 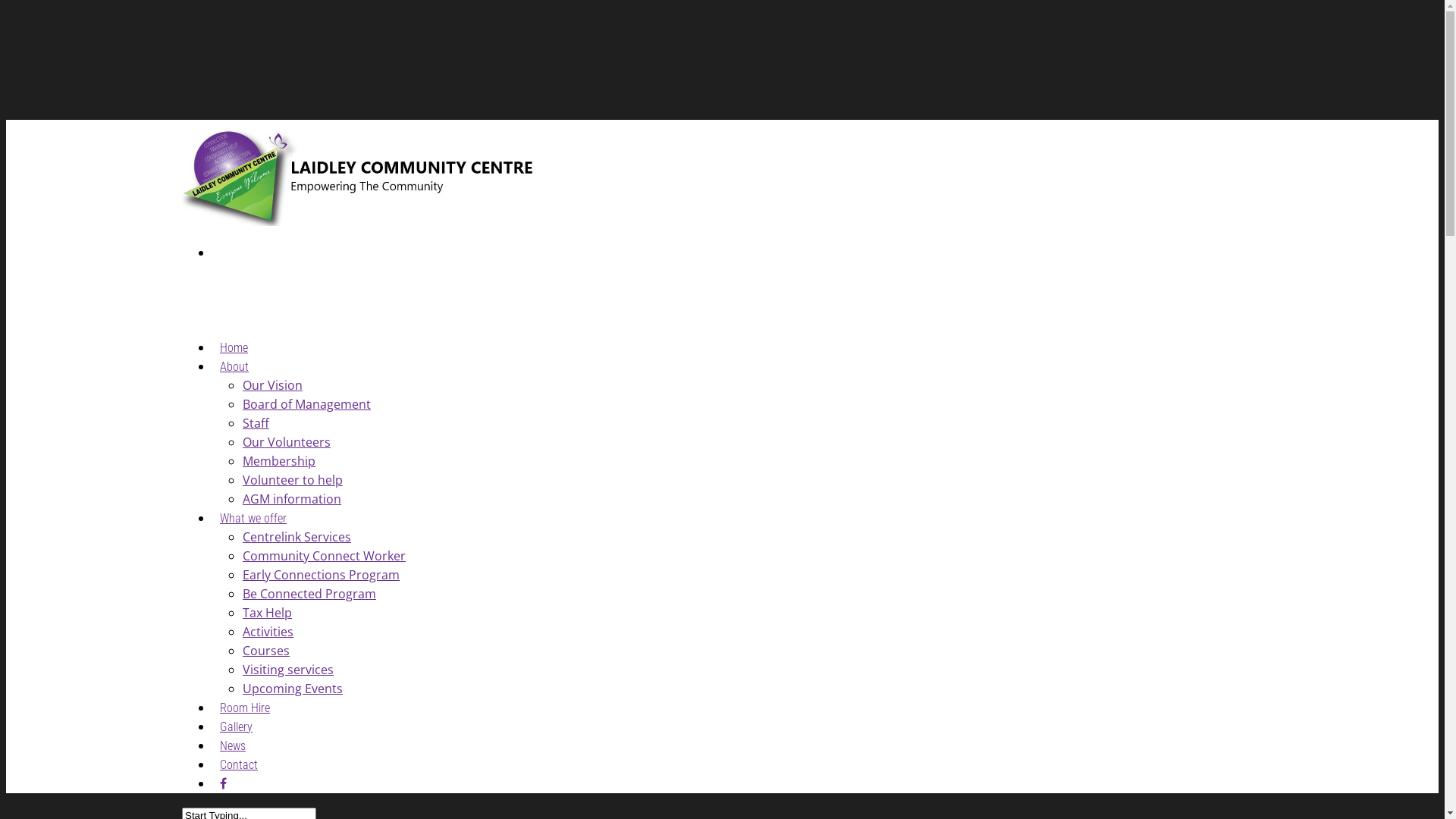 I want to click on 'Centrelink Services', so click(x=297, y=536).